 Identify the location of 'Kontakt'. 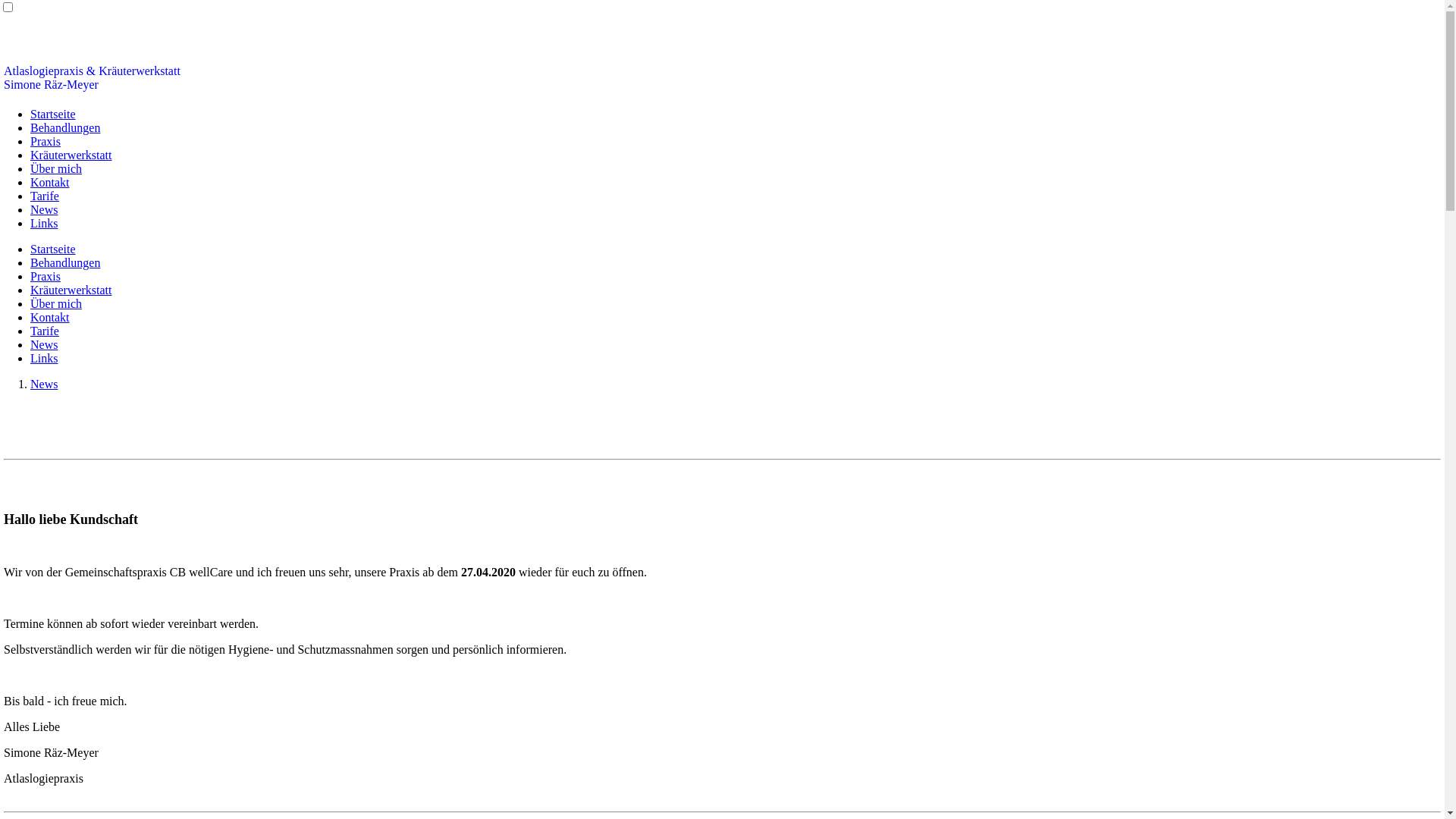
(50, 181).